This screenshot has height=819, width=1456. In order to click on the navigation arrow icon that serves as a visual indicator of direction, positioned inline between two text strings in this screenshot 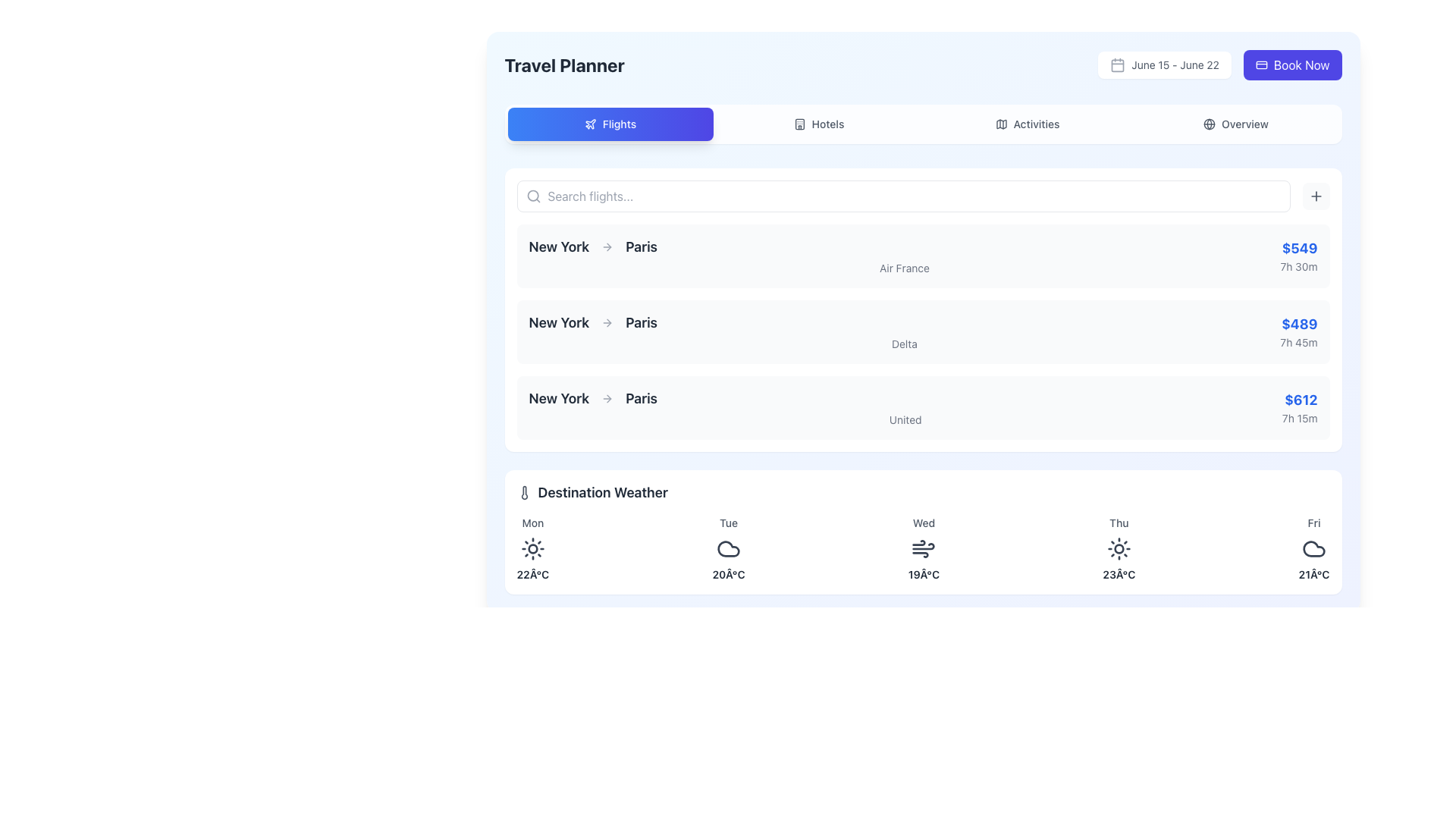, I will do `click(609, 246)`.